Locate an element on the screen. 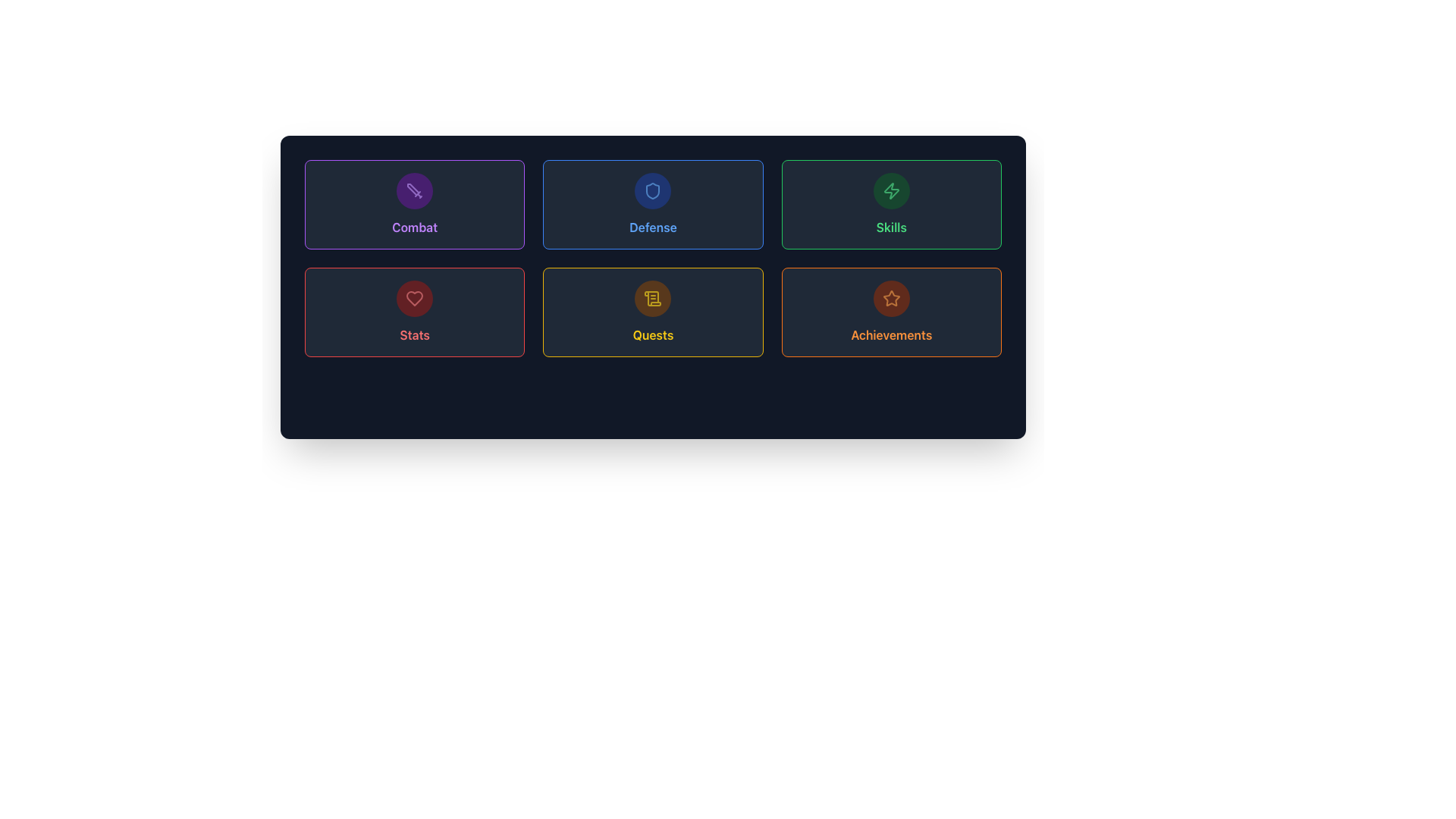  the 'Defense' text label, which is displayed in a bold blue font on a dark background, located in the middle card of the top row among a set of six cards is located at coordinates (653, 227).